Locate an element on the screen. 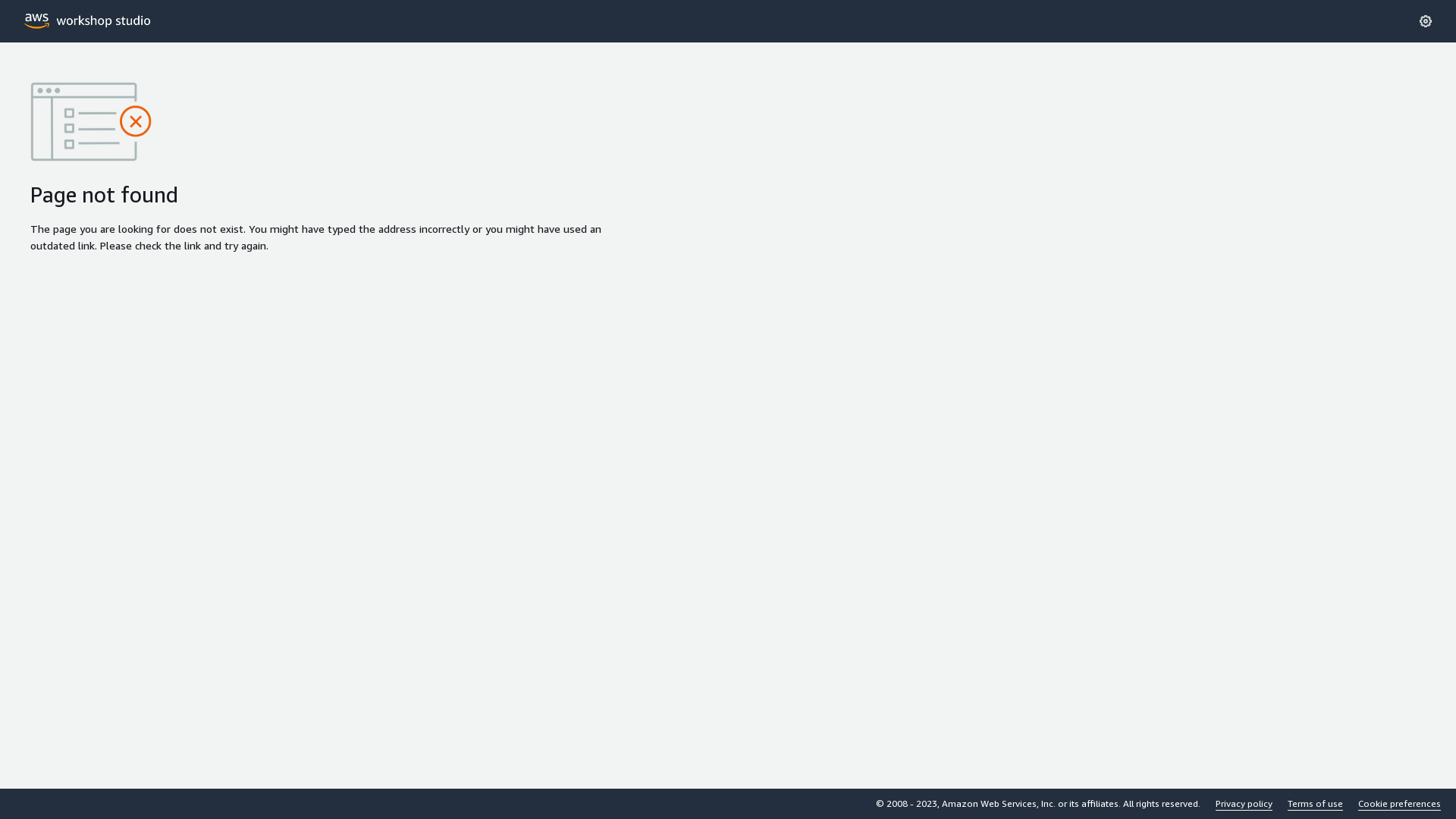 The height and width of the screenshot is (819, 1456). 'Cookie preferences' is located at coordinates (1357, 803).